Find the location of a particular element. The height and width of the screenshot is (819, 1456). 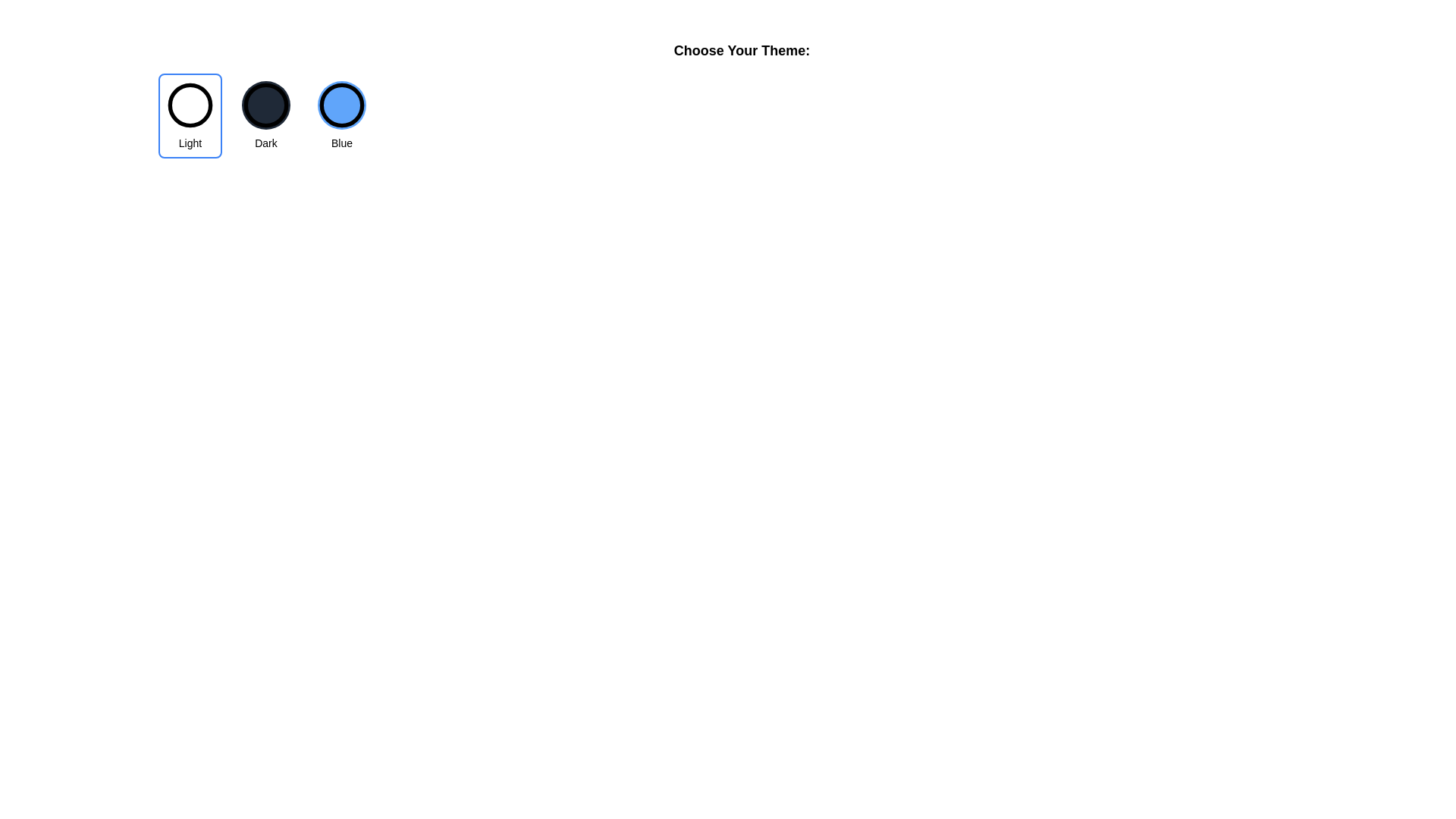

the 'Dark' button, which is the second button in a group of three horizontally arranged buttons is located at coordinates (265, 115).